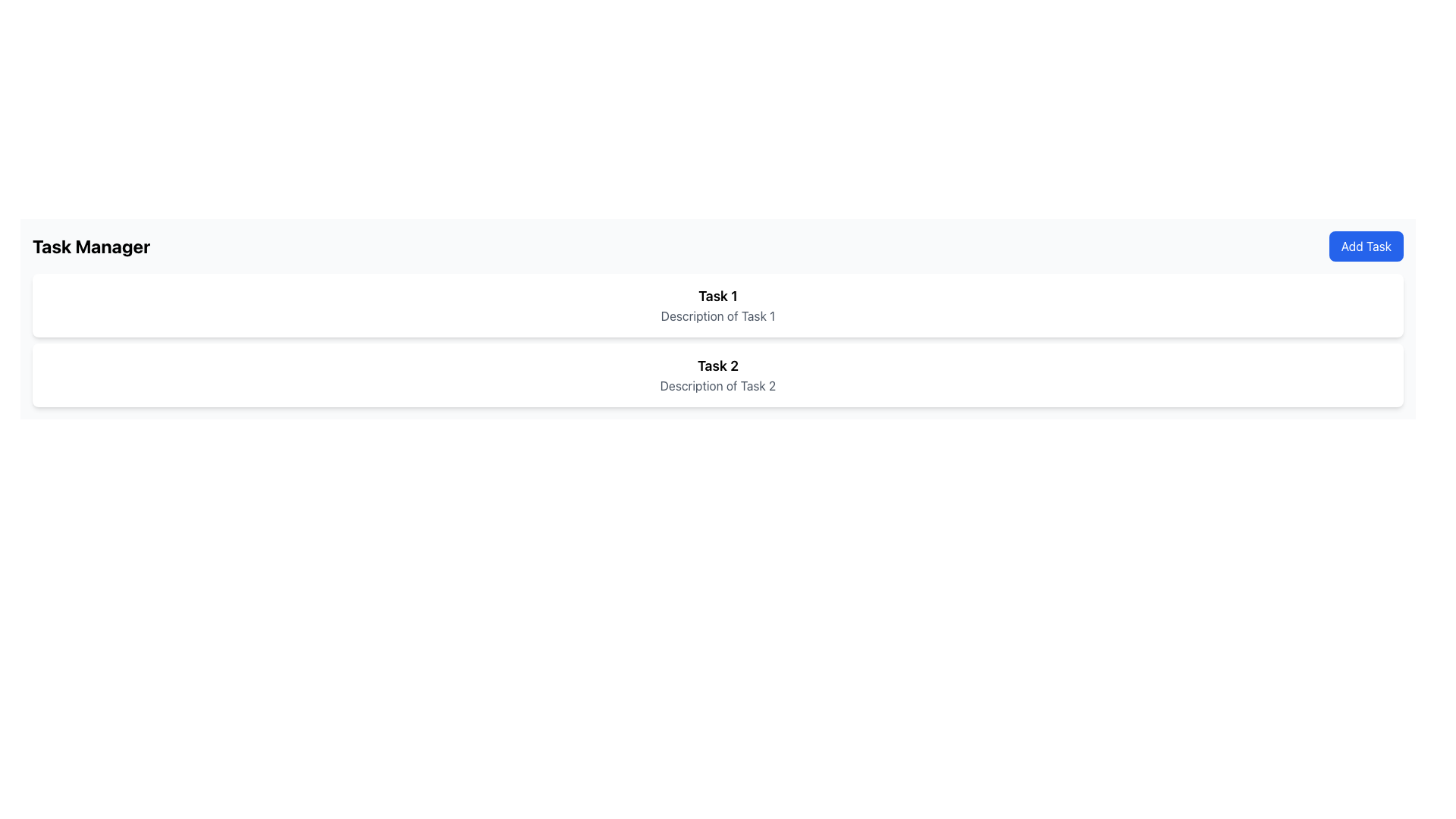 Image resolution: width=1456 pixels, height=819 pixels. What do you see at coordinates (1366, 245) in the screenshot?
I see `the button located on the far right of the header section to initiate the action of adding a new task` at bounding box center [1366, 245].